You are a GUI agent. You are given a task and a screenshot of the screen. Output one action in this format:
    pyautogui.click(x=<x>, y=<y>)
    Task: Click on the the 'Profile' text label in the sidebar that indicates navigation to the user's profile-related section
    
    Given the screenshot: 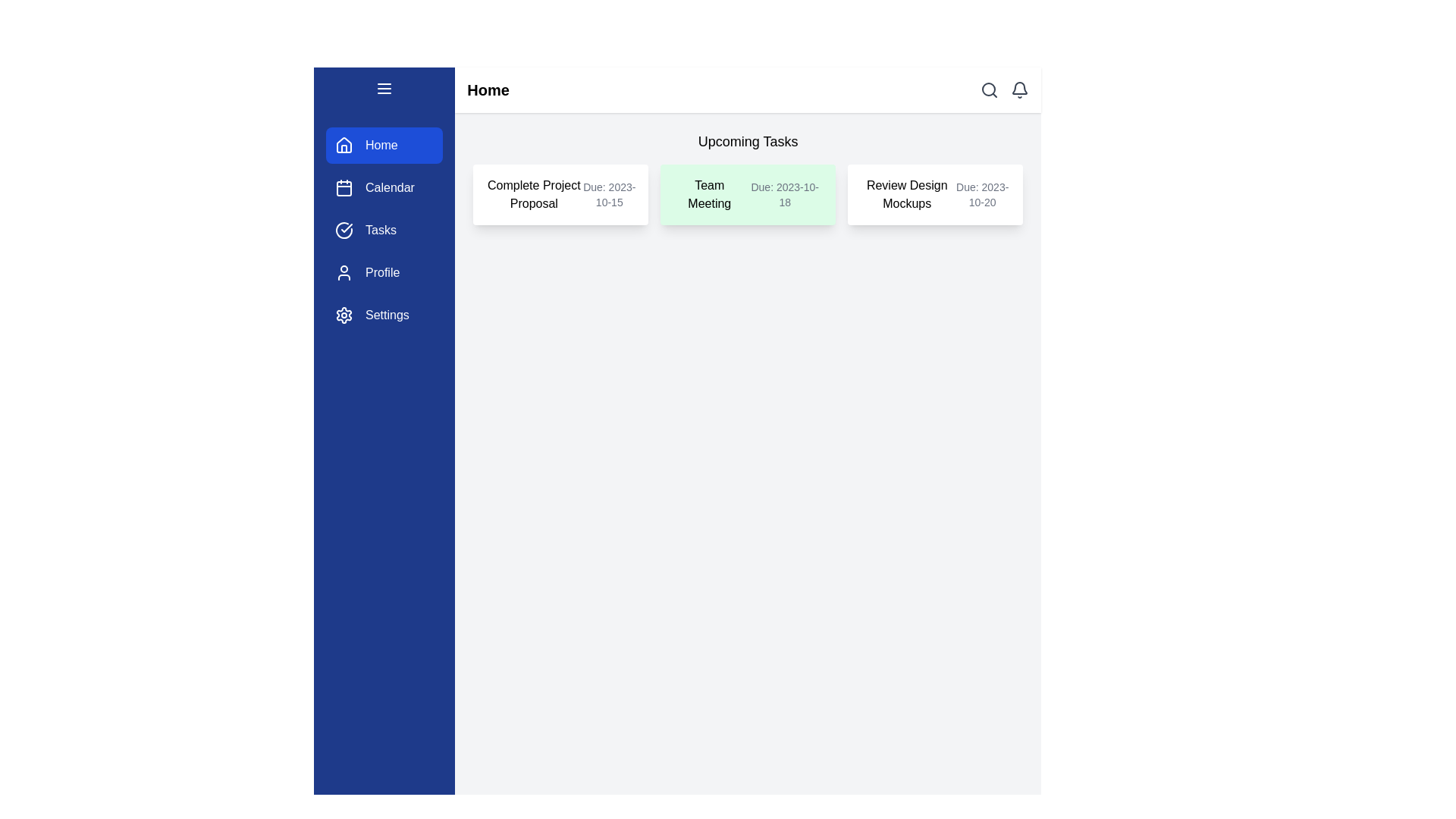 What is the action you would take?
    pyautogui.click(x=382, y=271)
    